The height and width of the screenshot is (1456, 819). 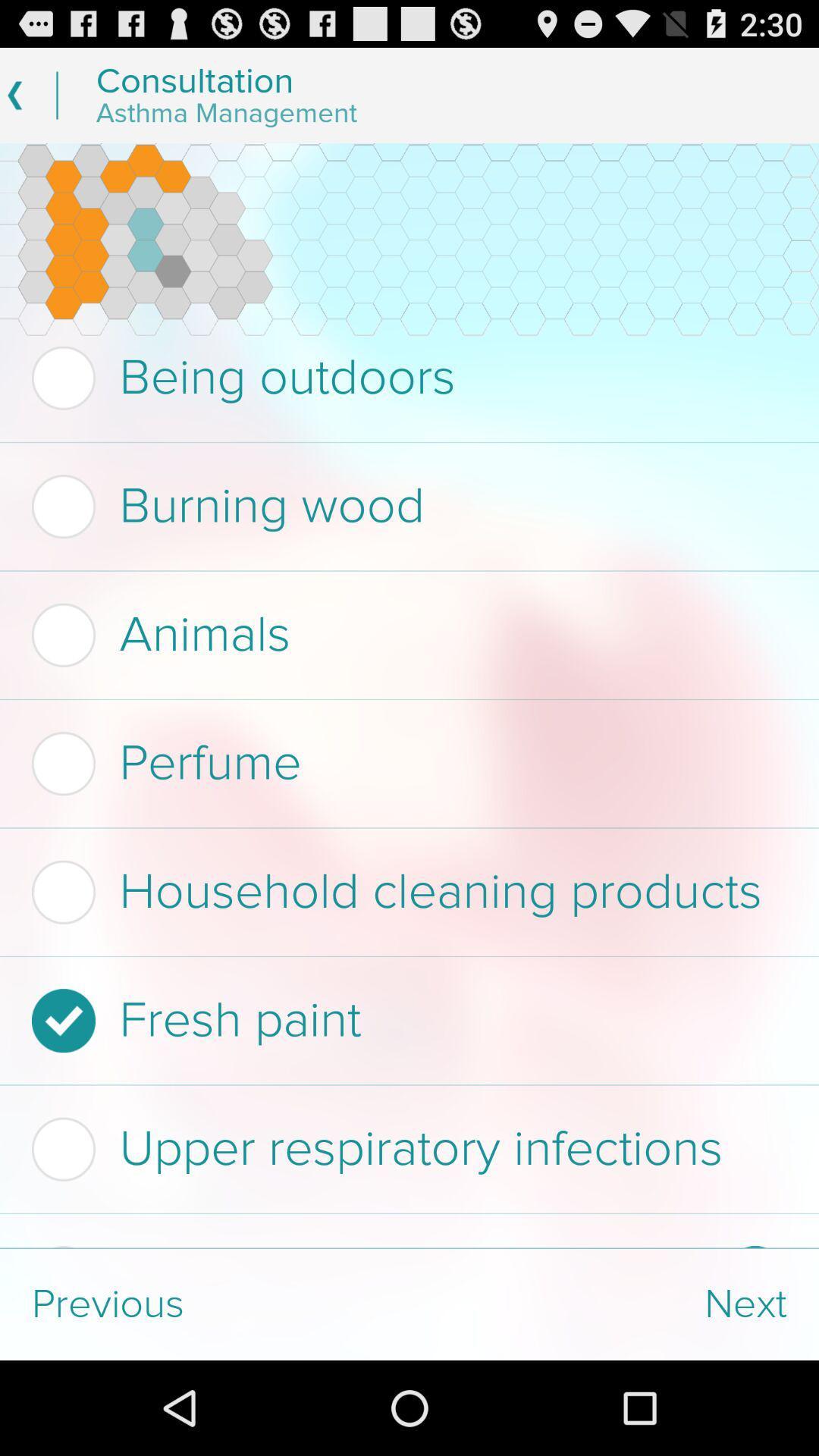 What do you see at coordinates (373, 1247) in the screenshot?
I see `the sulfites in food` at bounding box center [373, 1247].